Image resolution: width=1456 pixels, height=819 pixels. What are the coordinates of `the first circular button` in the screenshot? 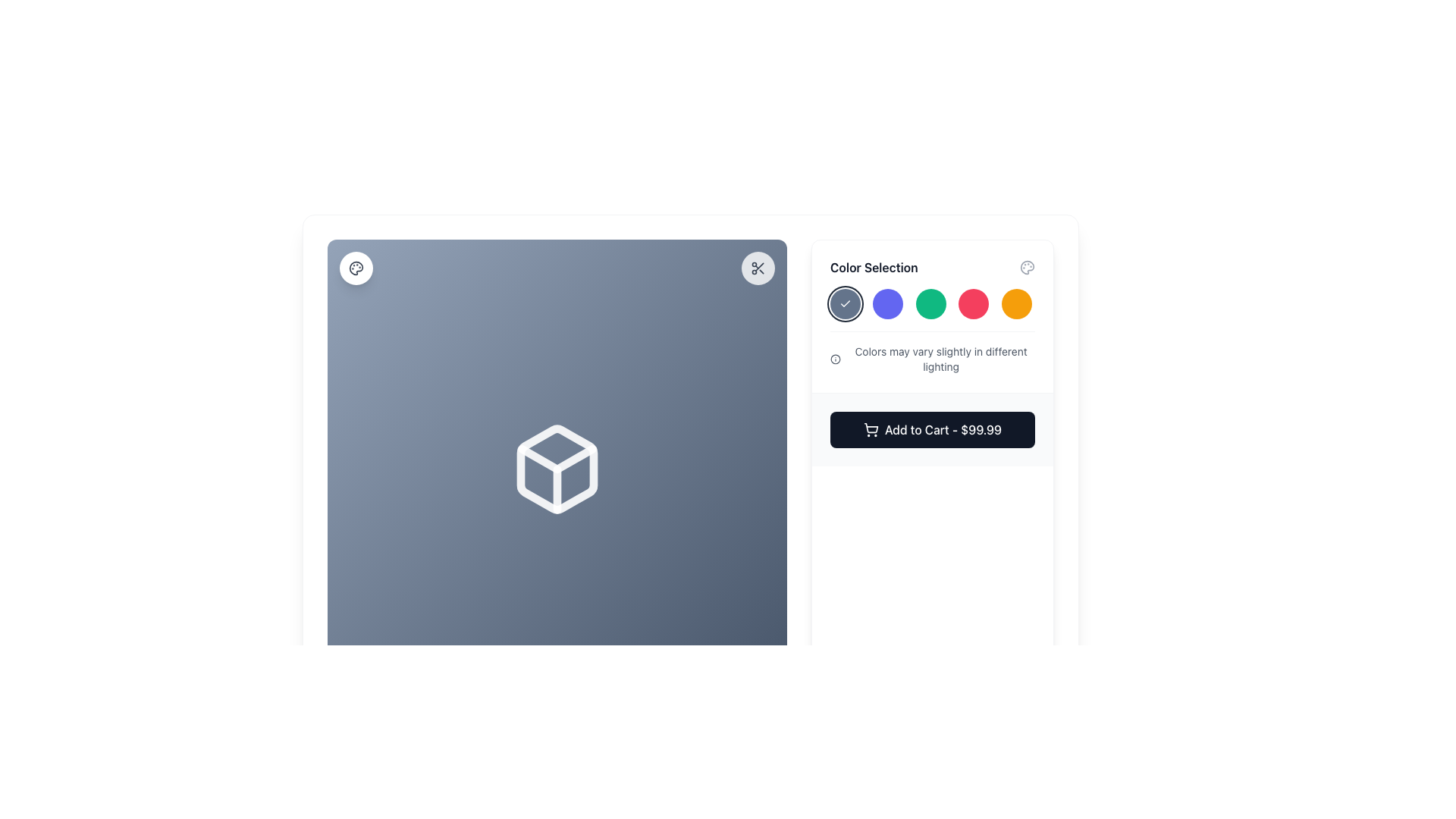 It's located at (844, 304).